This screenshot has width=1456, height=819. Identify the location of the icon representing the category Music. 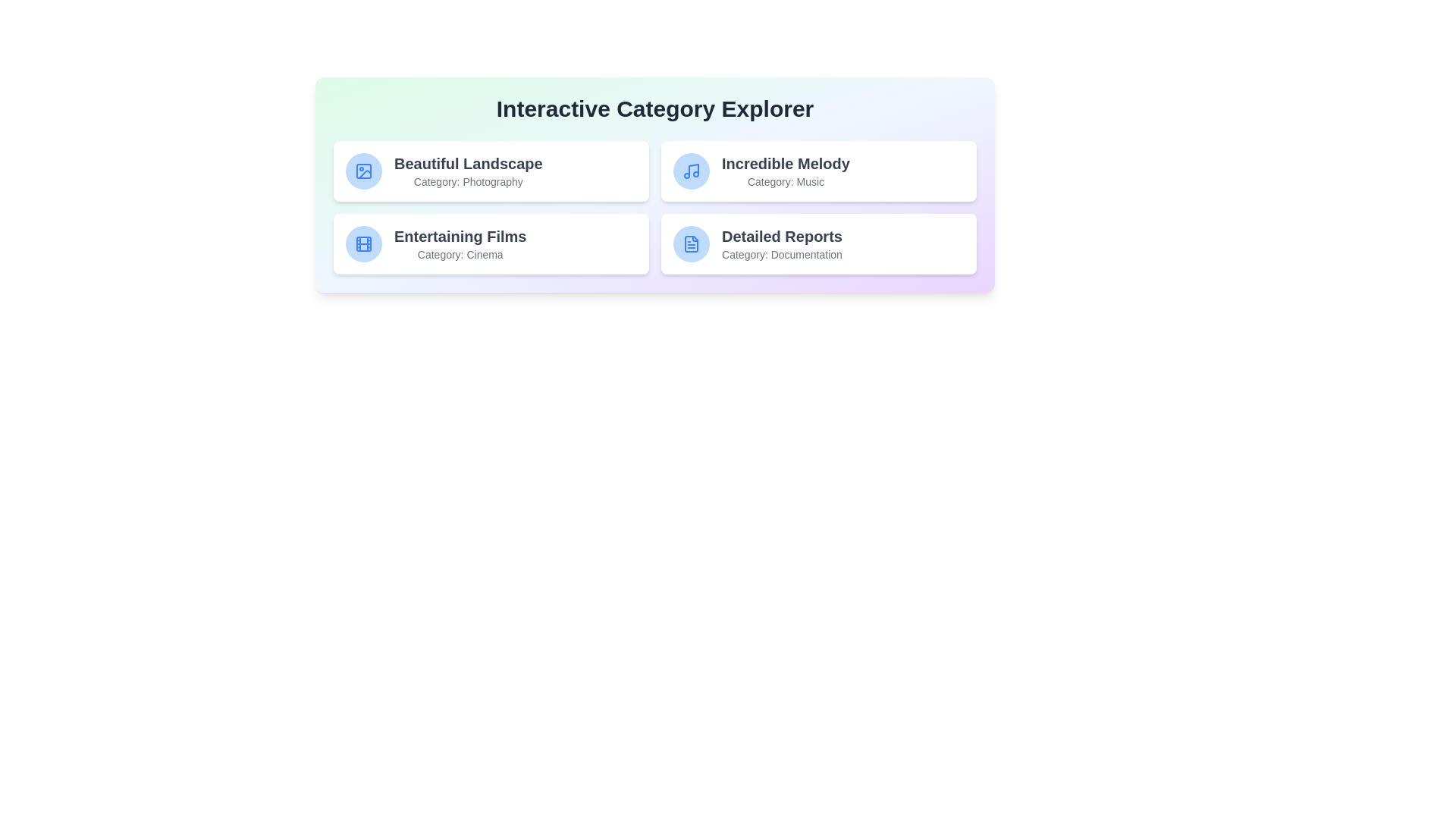
(691, 171).